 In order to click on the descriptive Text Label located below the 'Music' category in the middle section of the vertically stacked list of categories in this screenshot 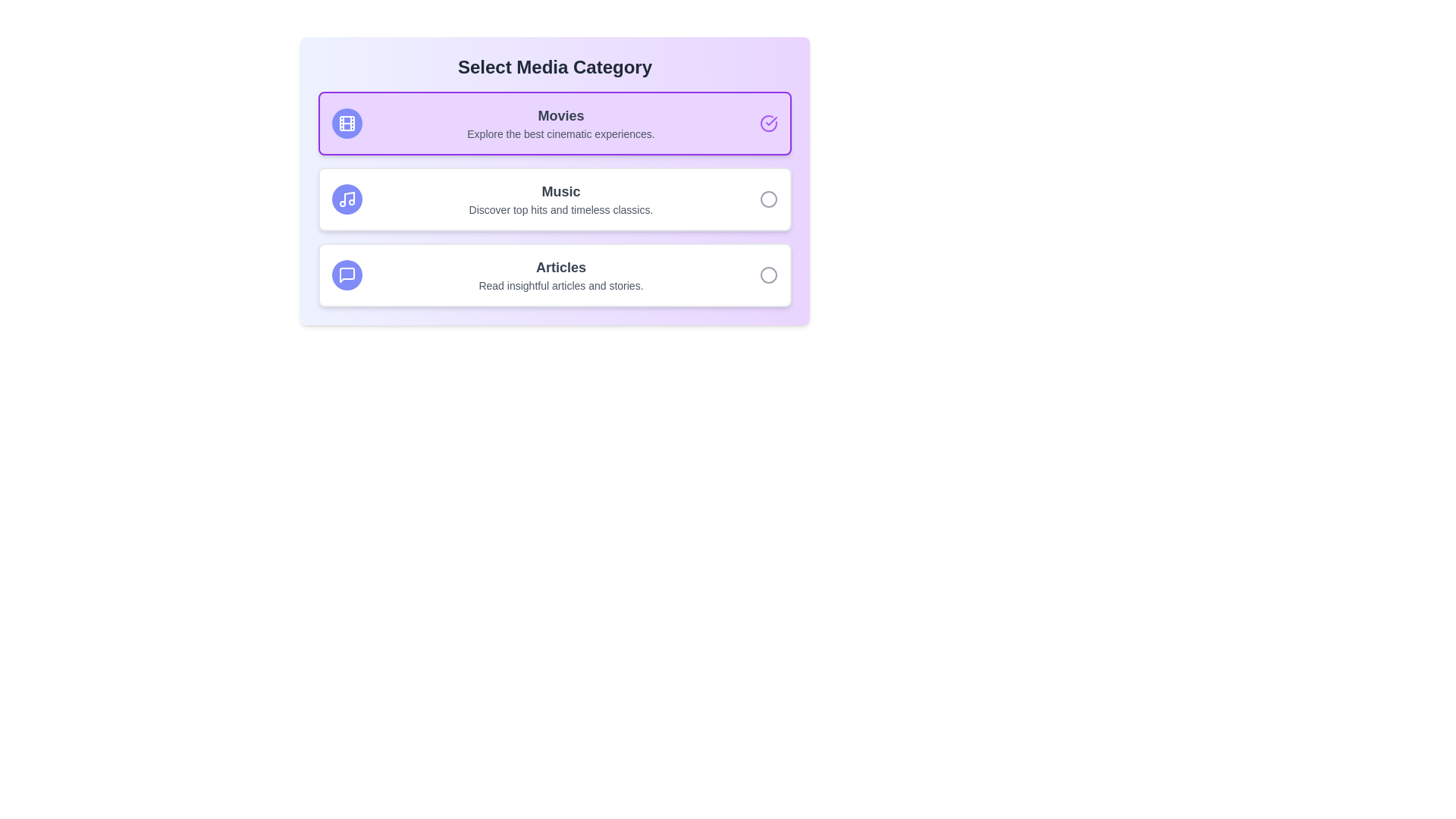, I will do `click(560, 210)`.